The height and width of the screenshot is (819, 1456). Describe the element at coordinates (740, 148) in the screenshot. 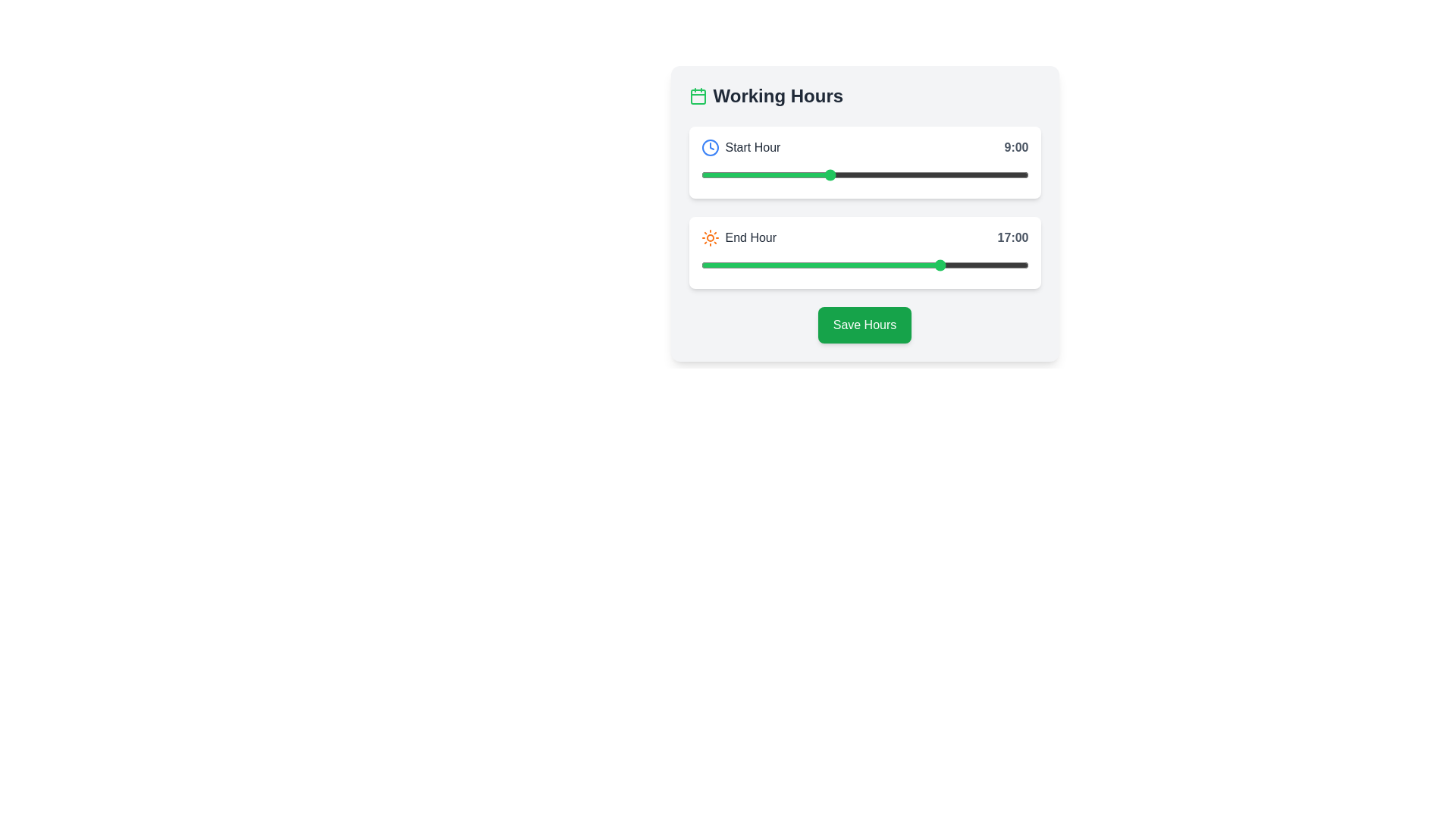

I see `the 'Start Hour' label which features a dark gray text styled in medium-weight font and a blue clock icon to its left` at that location.